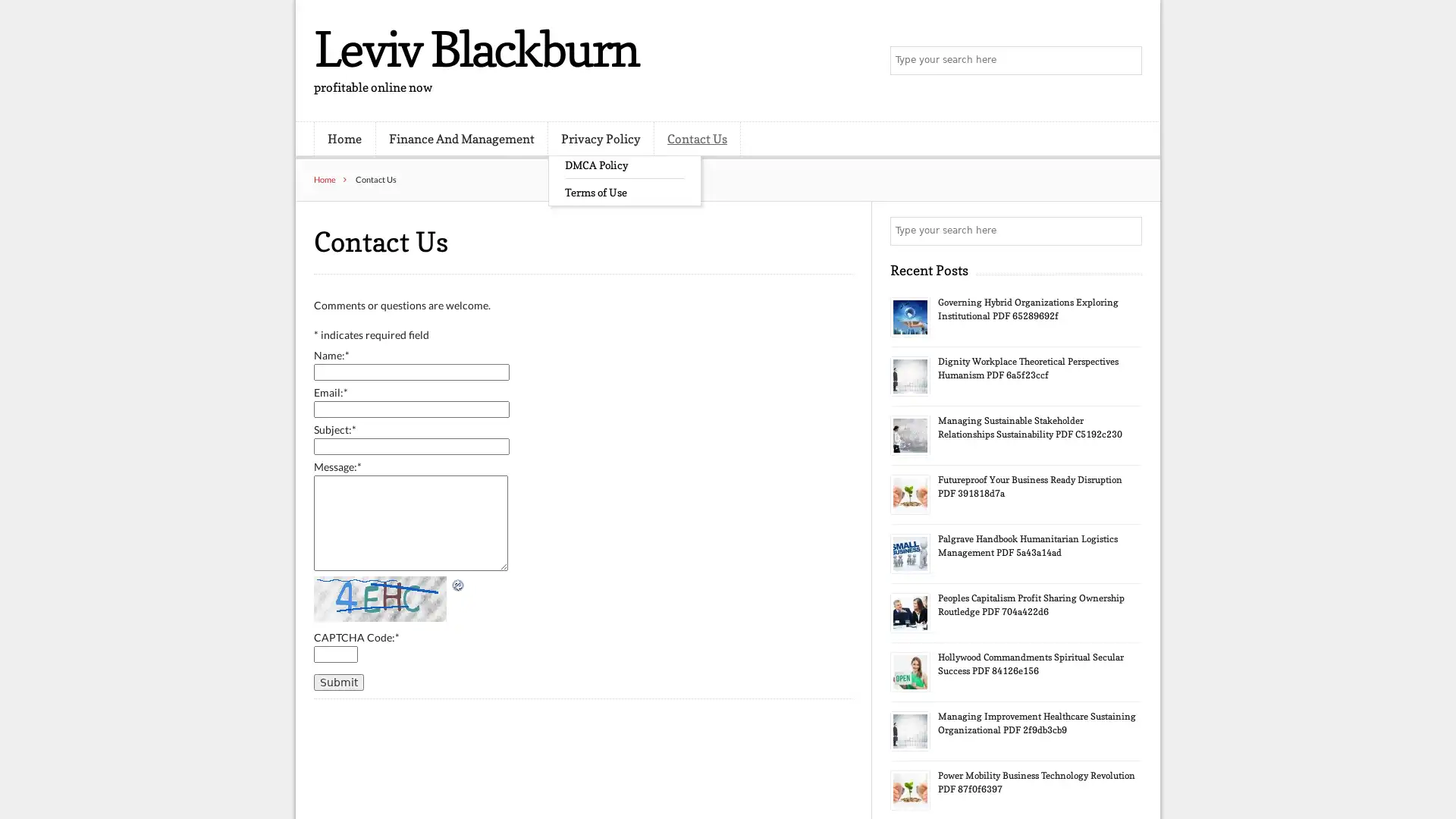 Image resolution: width=1456 pixels, height=819 pixels. I want to click on Search, so click(1126, 61).